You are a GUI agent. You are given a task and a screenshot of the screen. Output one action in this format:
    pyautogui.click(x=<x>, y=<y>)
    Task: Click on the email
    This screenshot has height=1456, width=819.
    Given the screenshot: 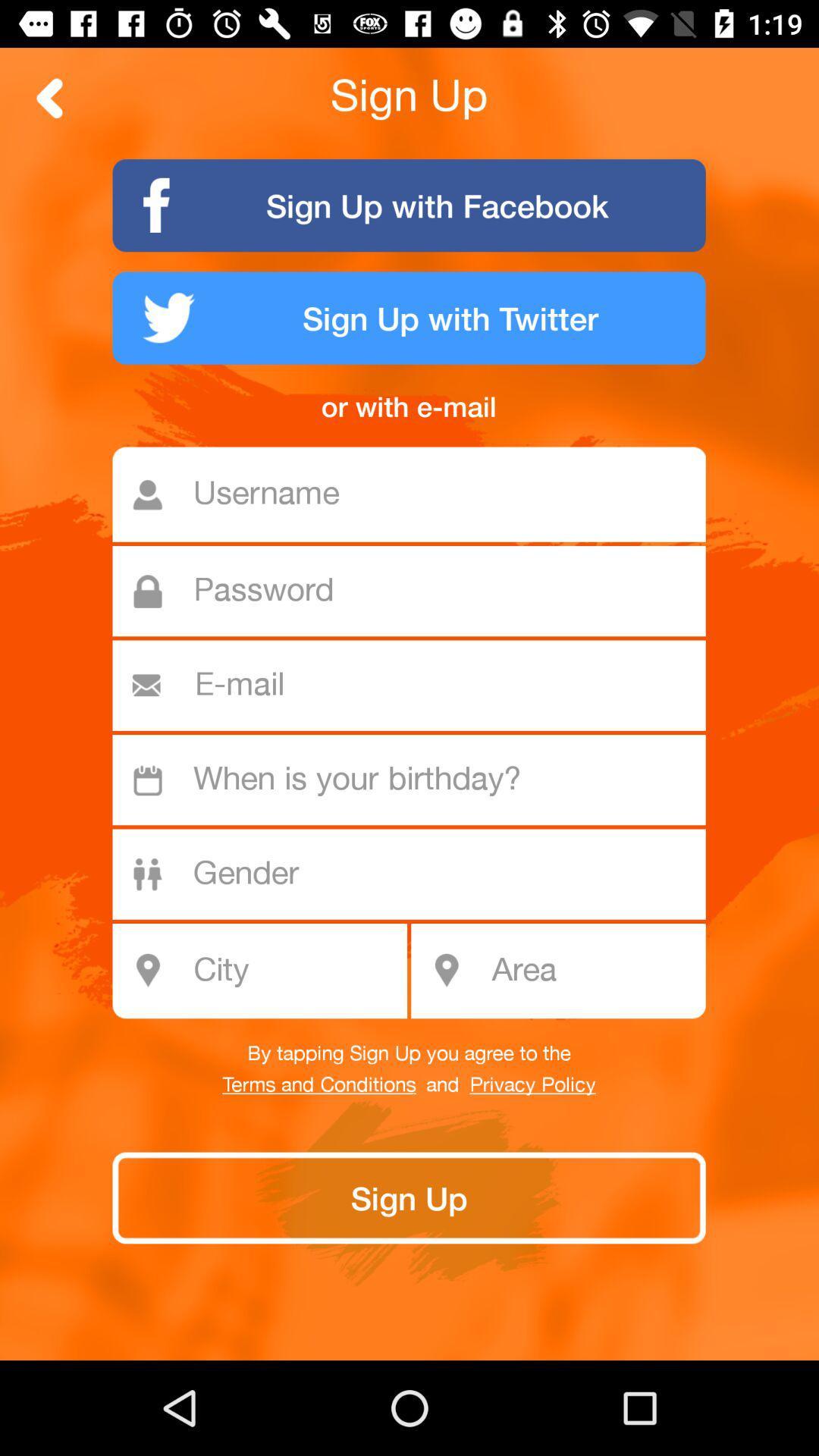 What is the action you would take?
    pyautogui.click(x=416, y=685)
    